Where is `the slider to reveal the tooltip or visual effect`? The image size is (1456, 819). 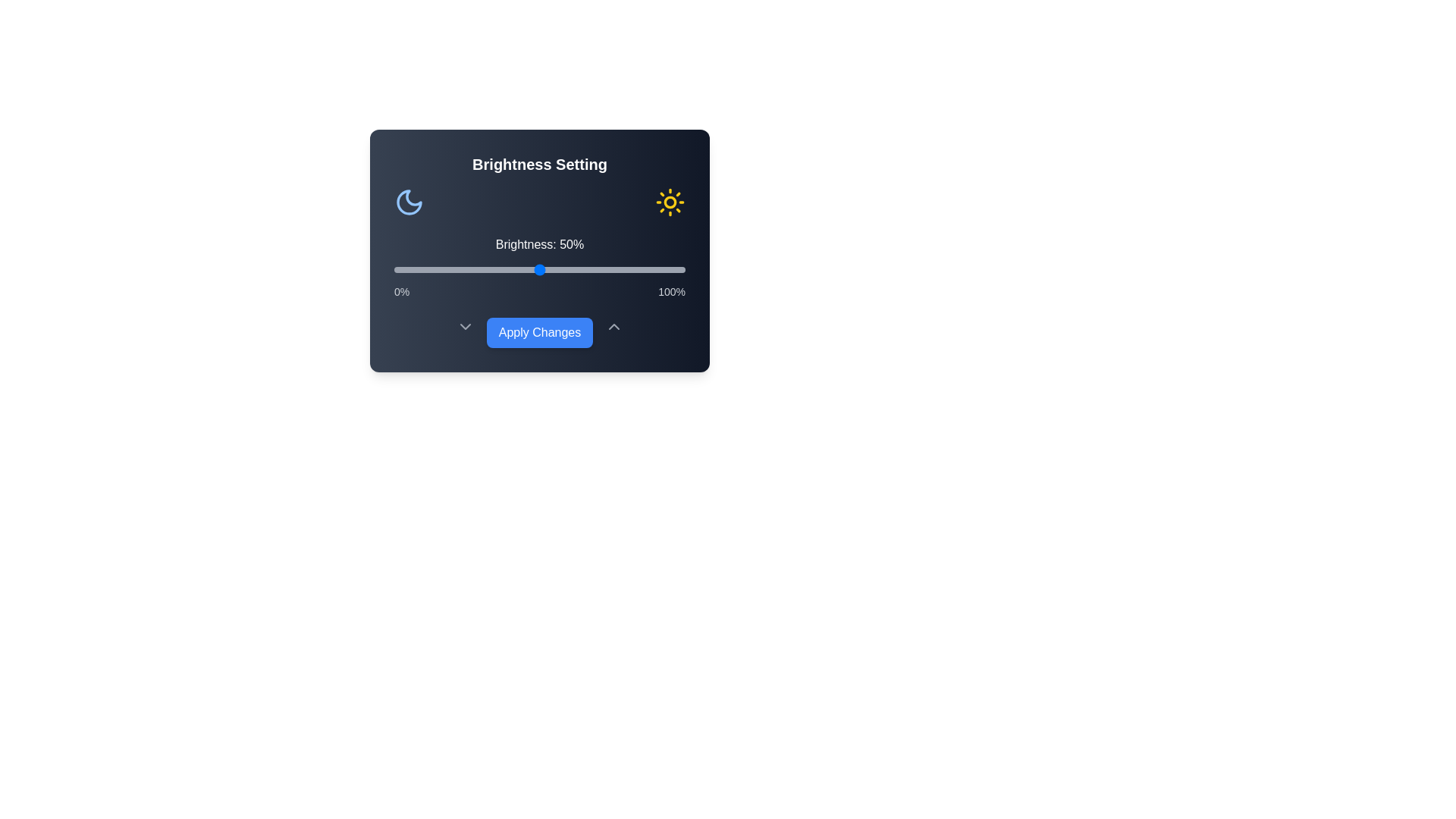
the slider to reveal the tooltip or visual effect is located at coordinates (539, 268).